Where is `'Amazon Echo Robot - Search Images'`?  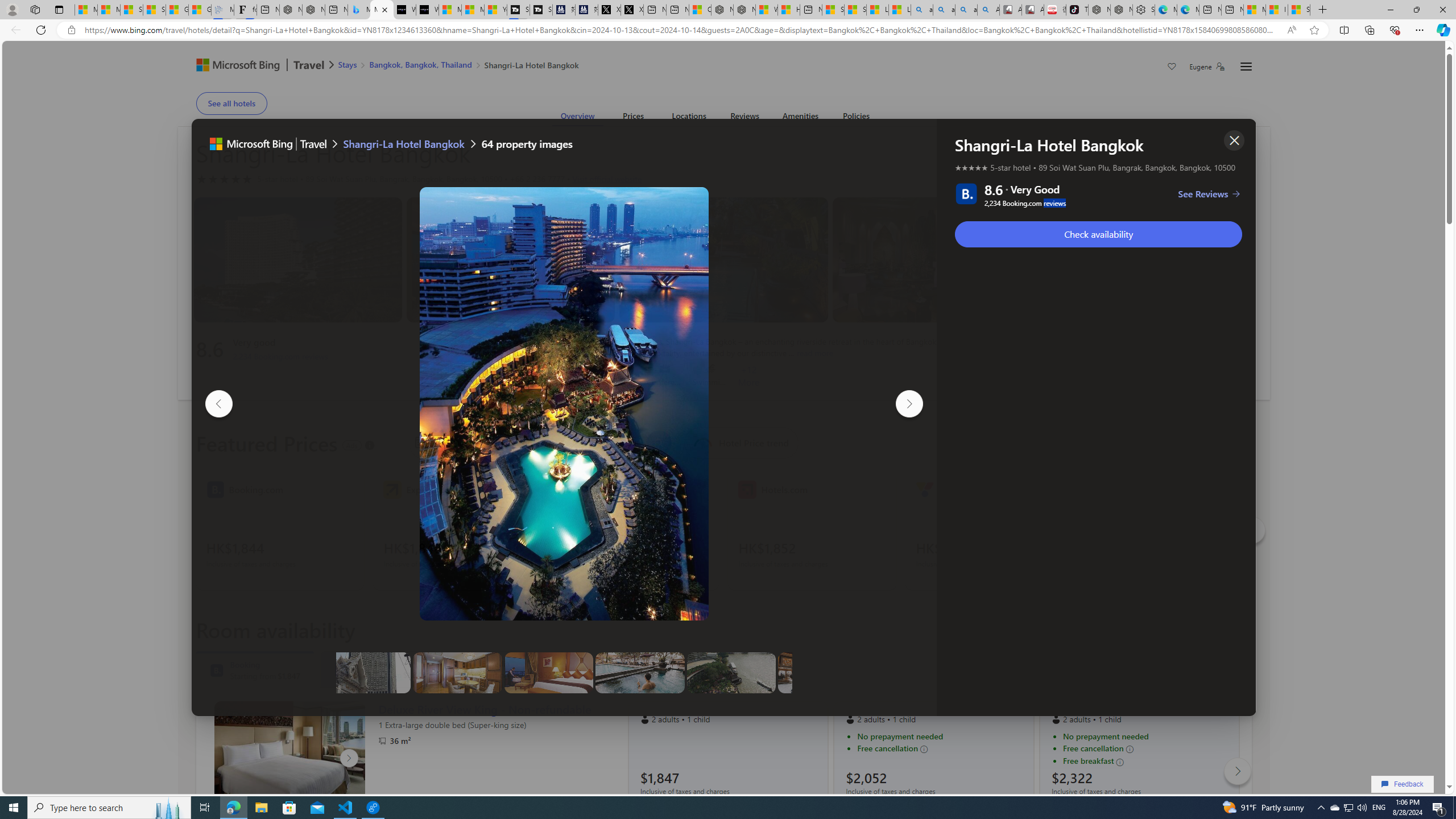 'Amazon Echo Robot - Search Images' is located at coordinates (988, 9).